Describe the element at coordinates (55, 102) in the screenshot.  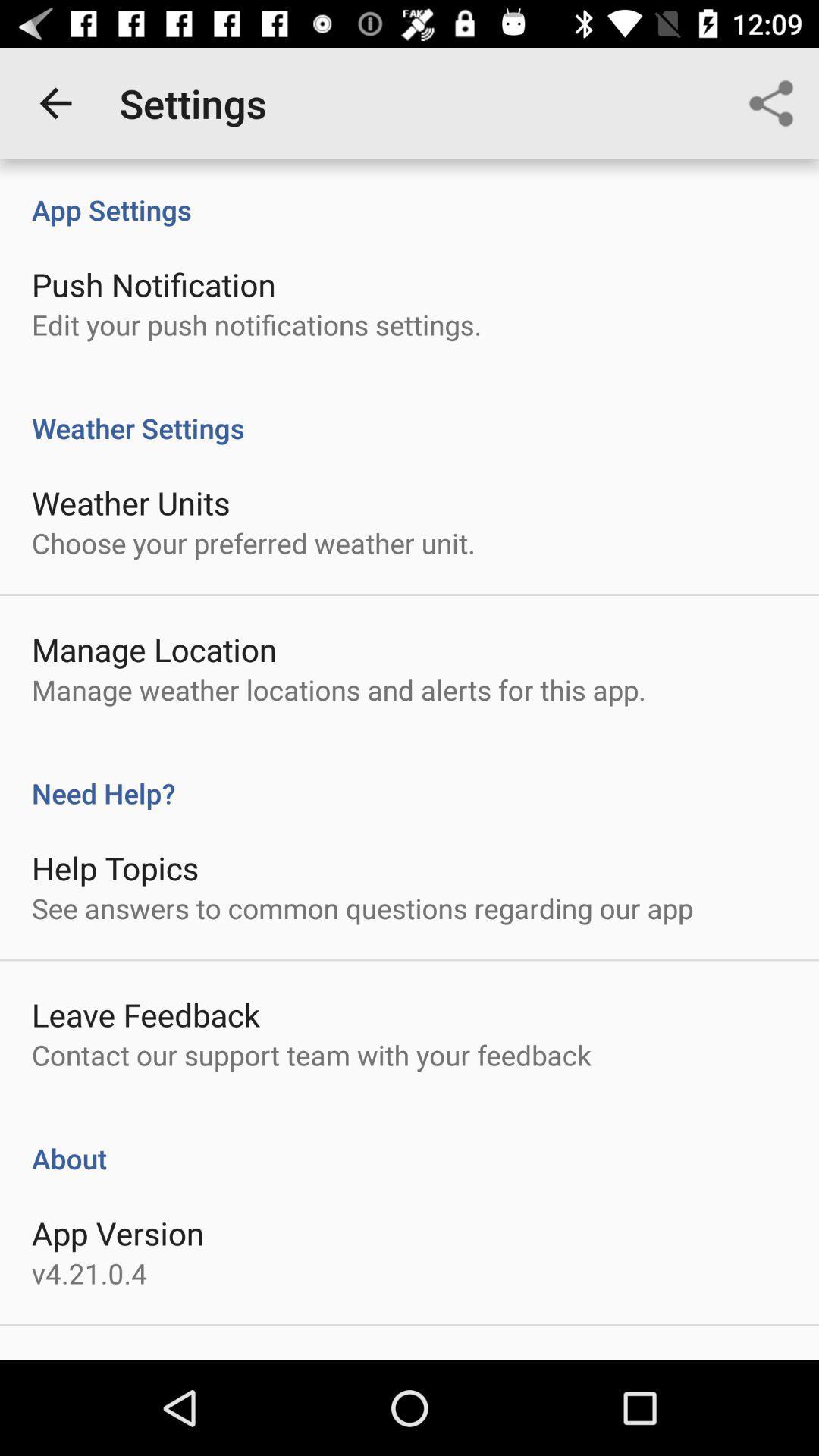
I see `item above the app settings item` at that location.